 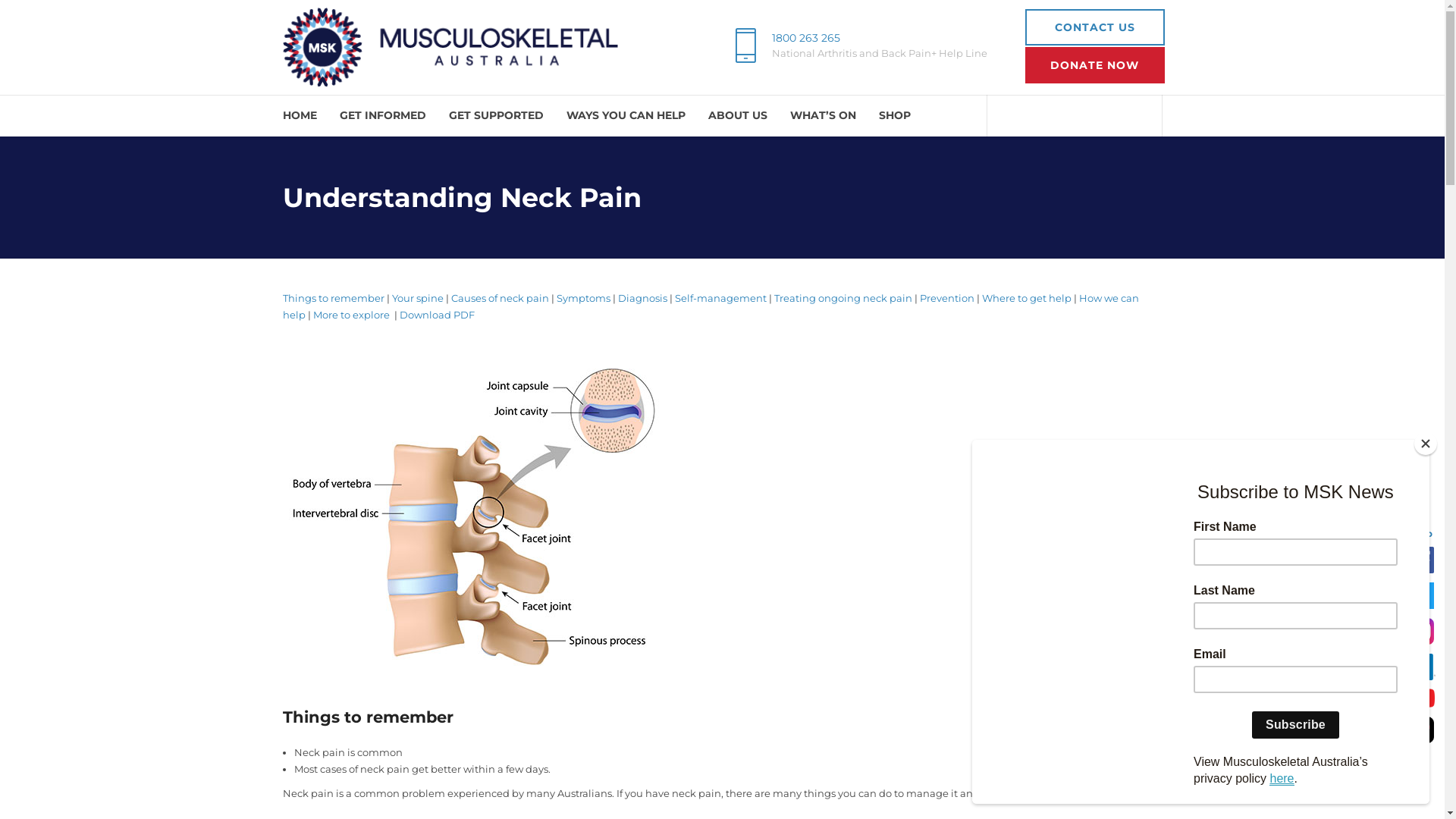 I want to click on 'ABOUT US', so click(x=738, y=115).